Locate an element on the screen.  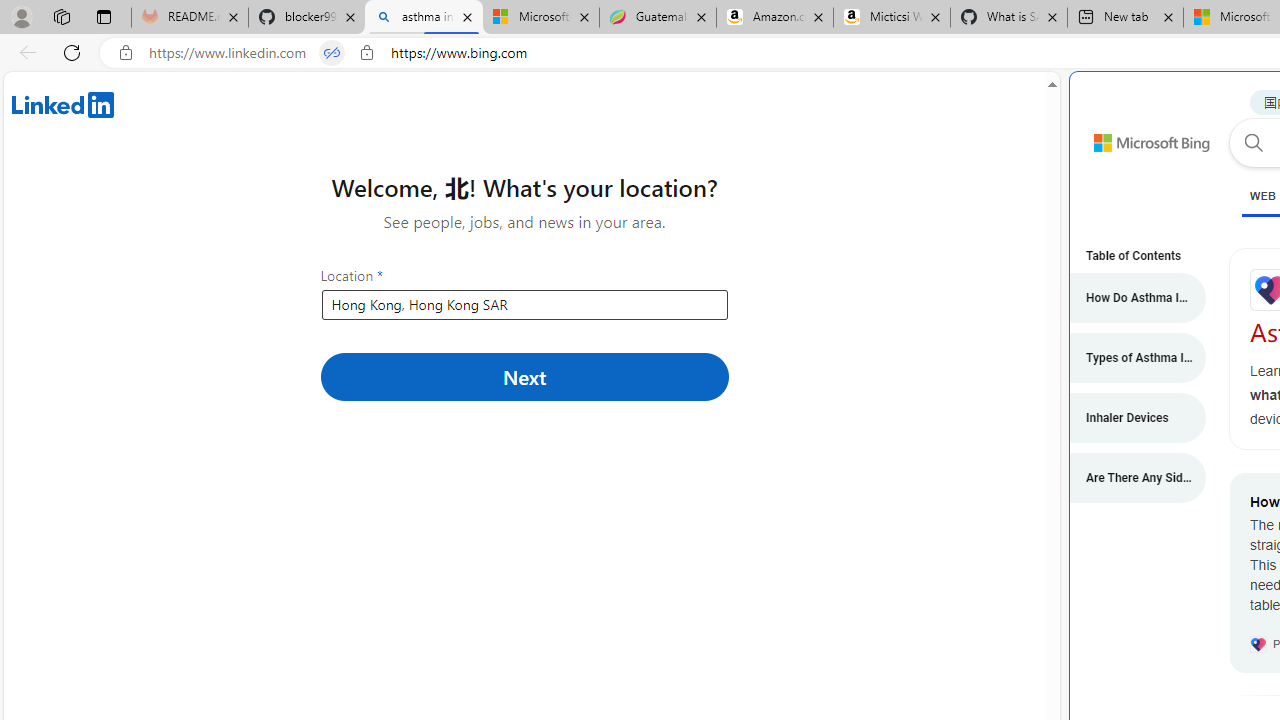
'How Do Asthma Inhalers Work?' is located at coordinates (1127, 298).